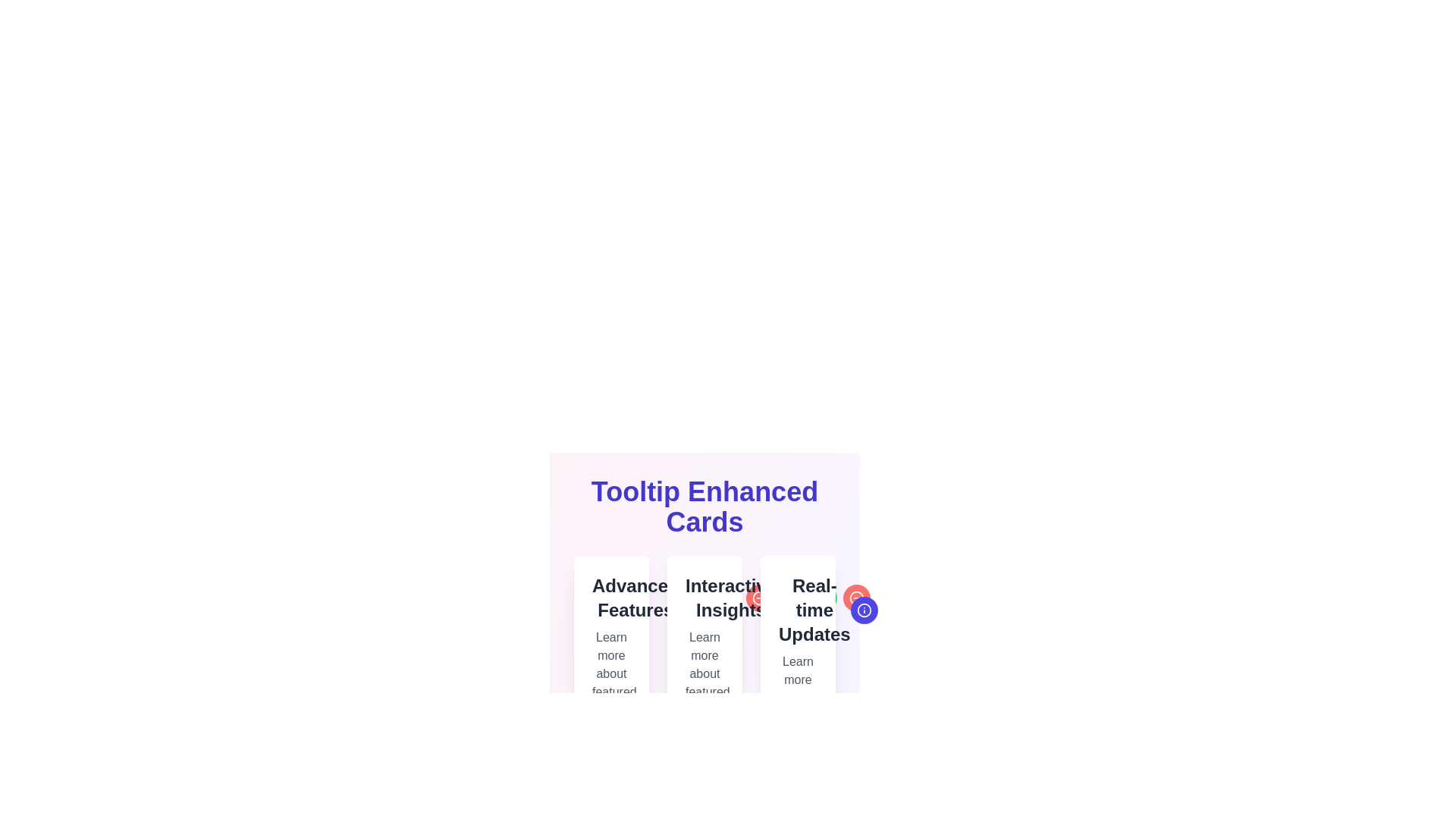 Image resolution: width=1456 pixels, height=819 pixels. Describe the element at coordinates (759, 598) in the screenshot. I see `the red circular button with a white minus sign icon` at that location.